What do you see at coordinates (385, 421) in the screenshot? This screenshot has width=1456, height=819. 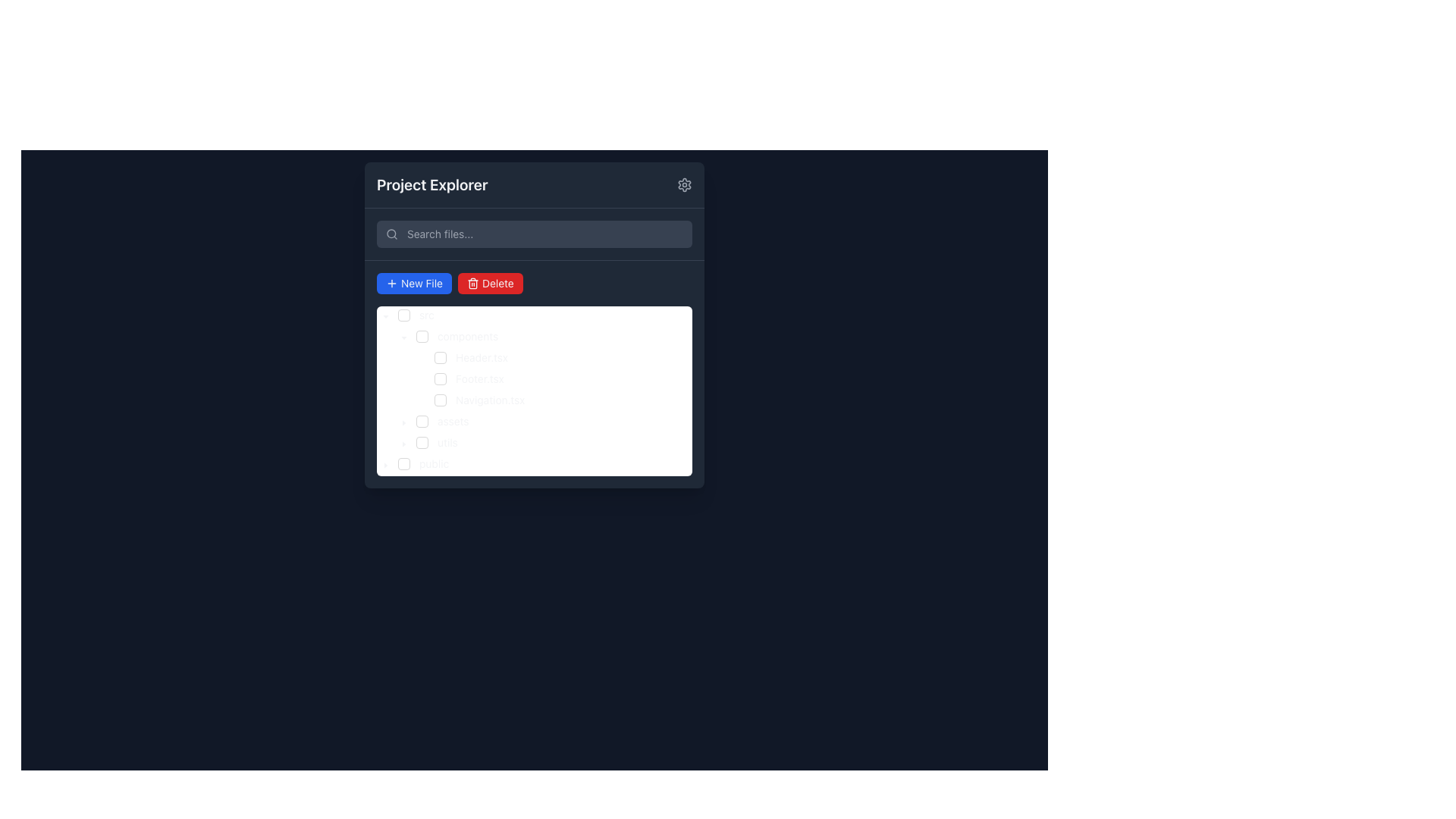 I see `the visual indentation mechanism element located to the left of the 'assets' entry in the tree view` at bounding box center [385, 421].